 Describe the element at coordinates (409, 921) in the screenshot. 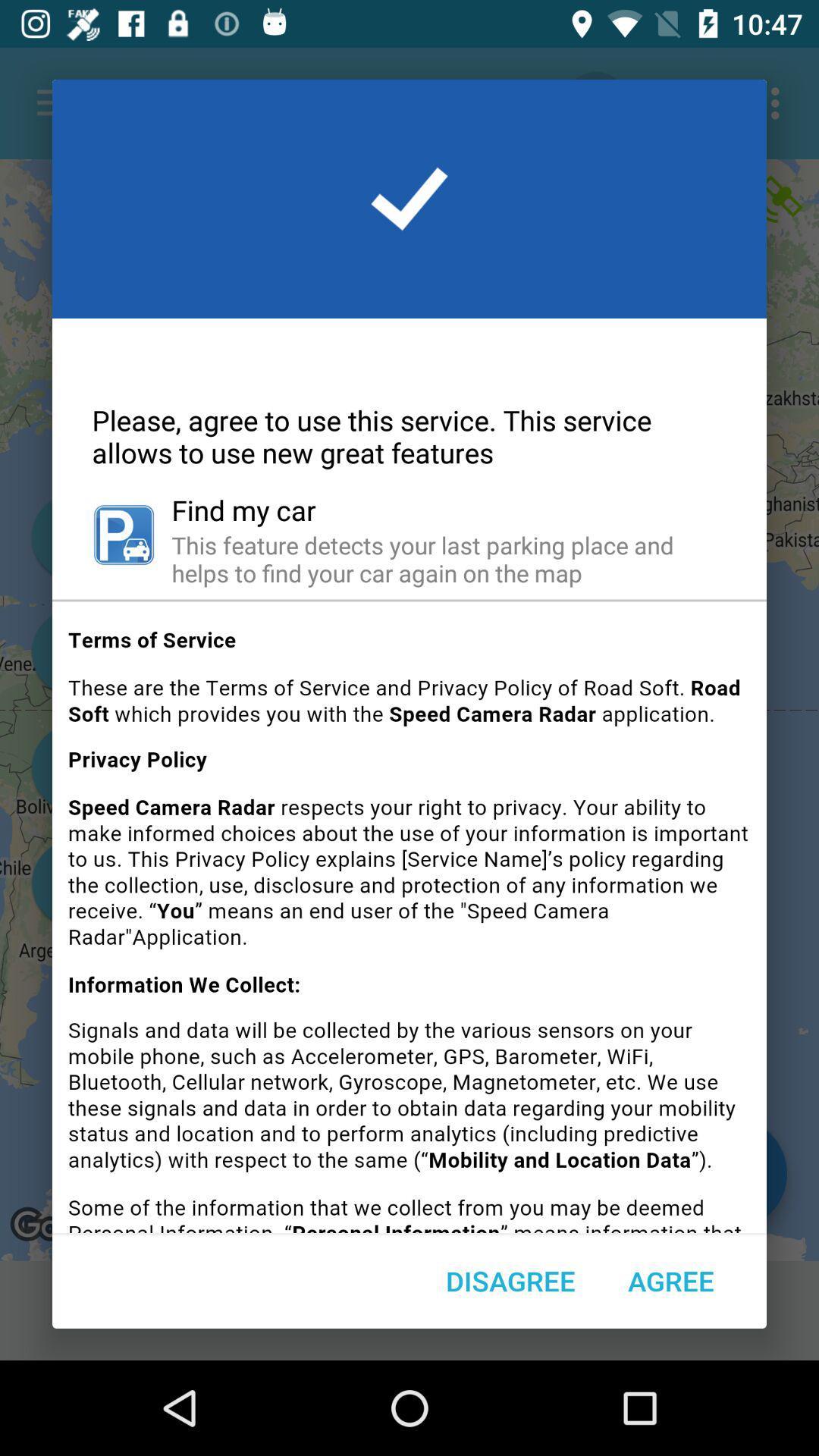

I see `terms of service agreement` at that location.